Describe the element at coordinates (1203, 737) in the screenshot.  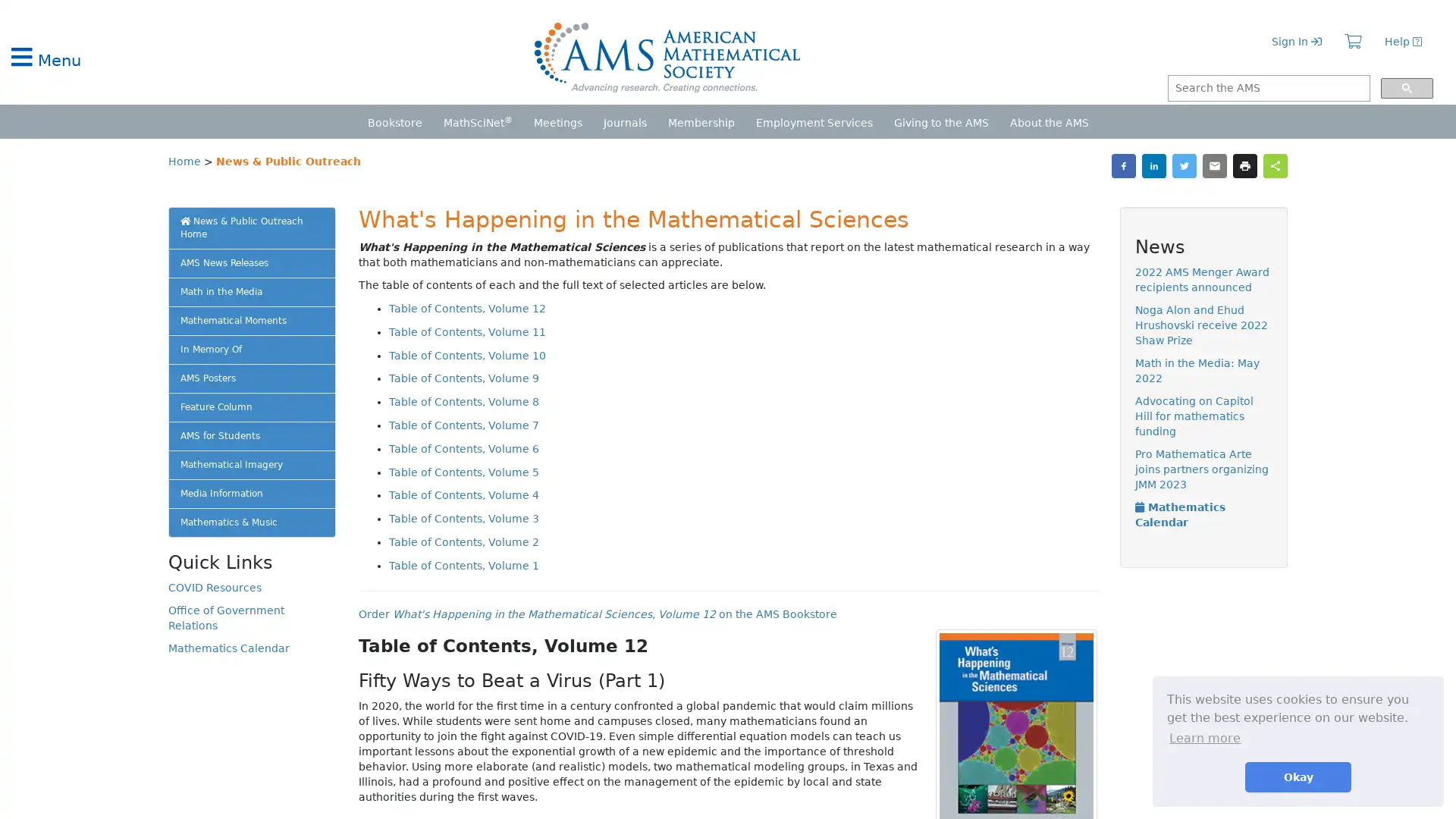
I see `learn more about cookies` at that location.